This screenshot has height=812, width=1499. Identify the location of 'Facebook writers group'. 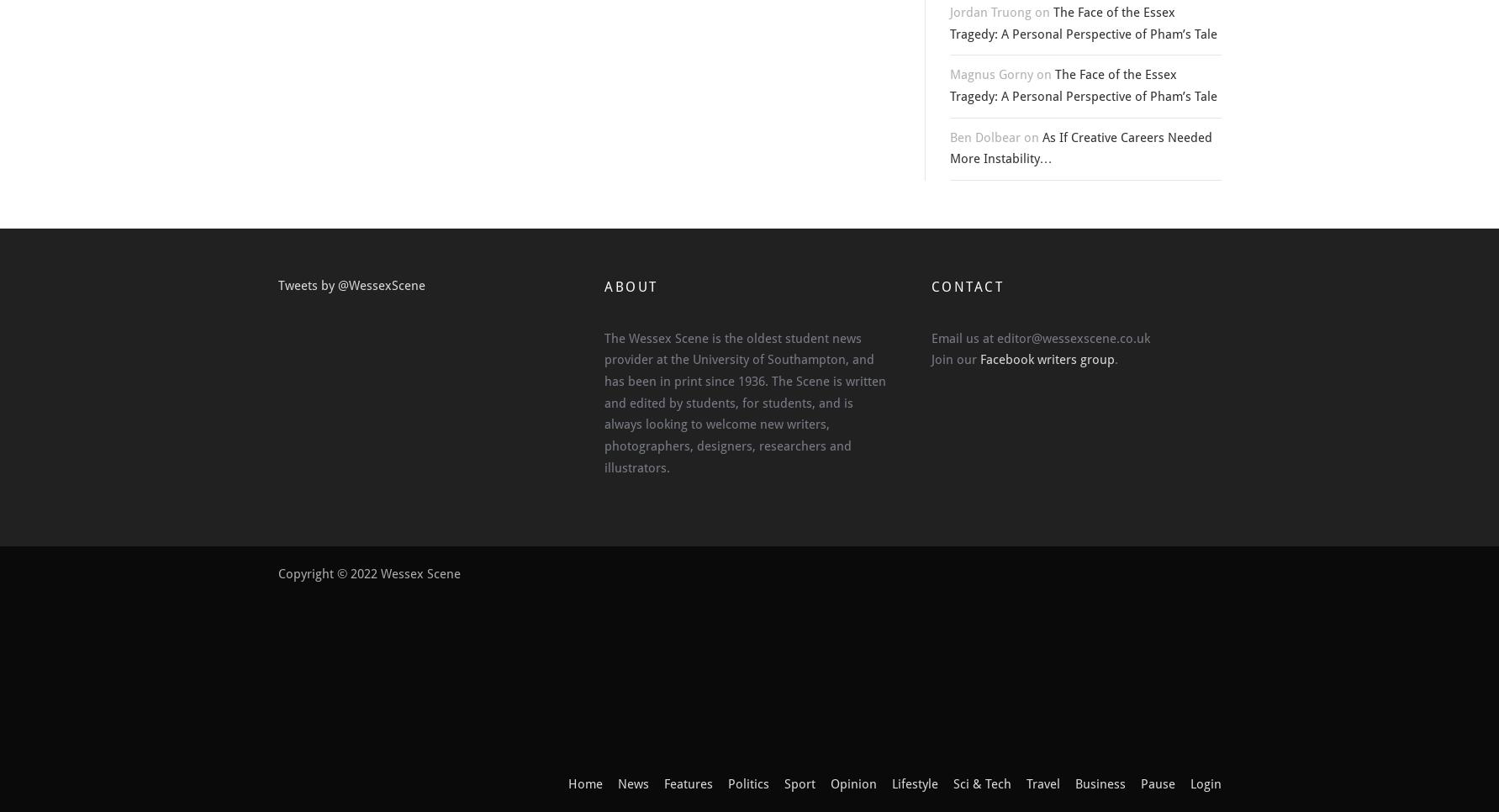
(1047, 359).